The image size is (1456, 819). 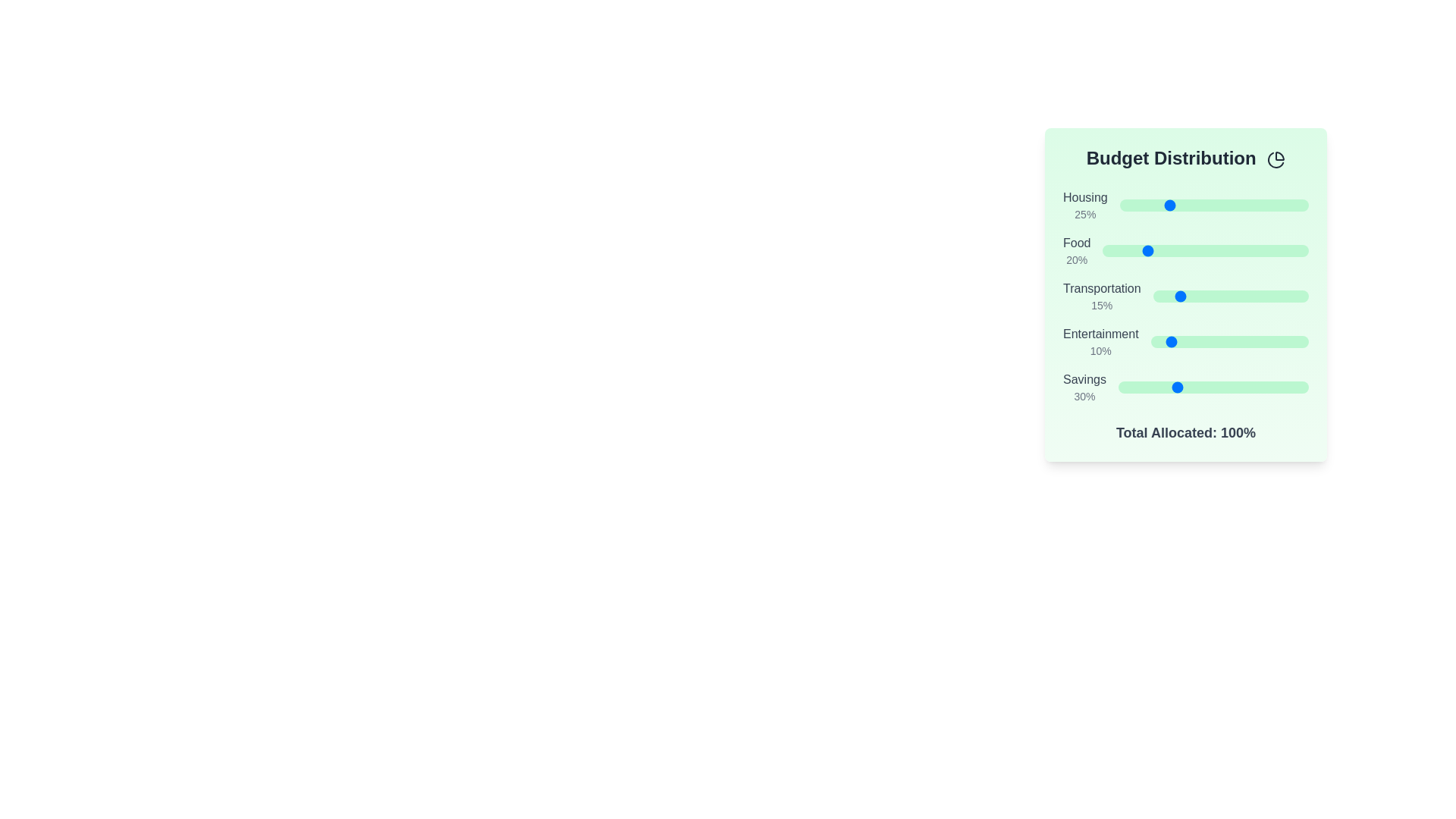 What do you see at coordinates (1164, 250) in the screenshot?
I see `the 'Food' slider to set its value to 30` at bounding box center [1164, 250].